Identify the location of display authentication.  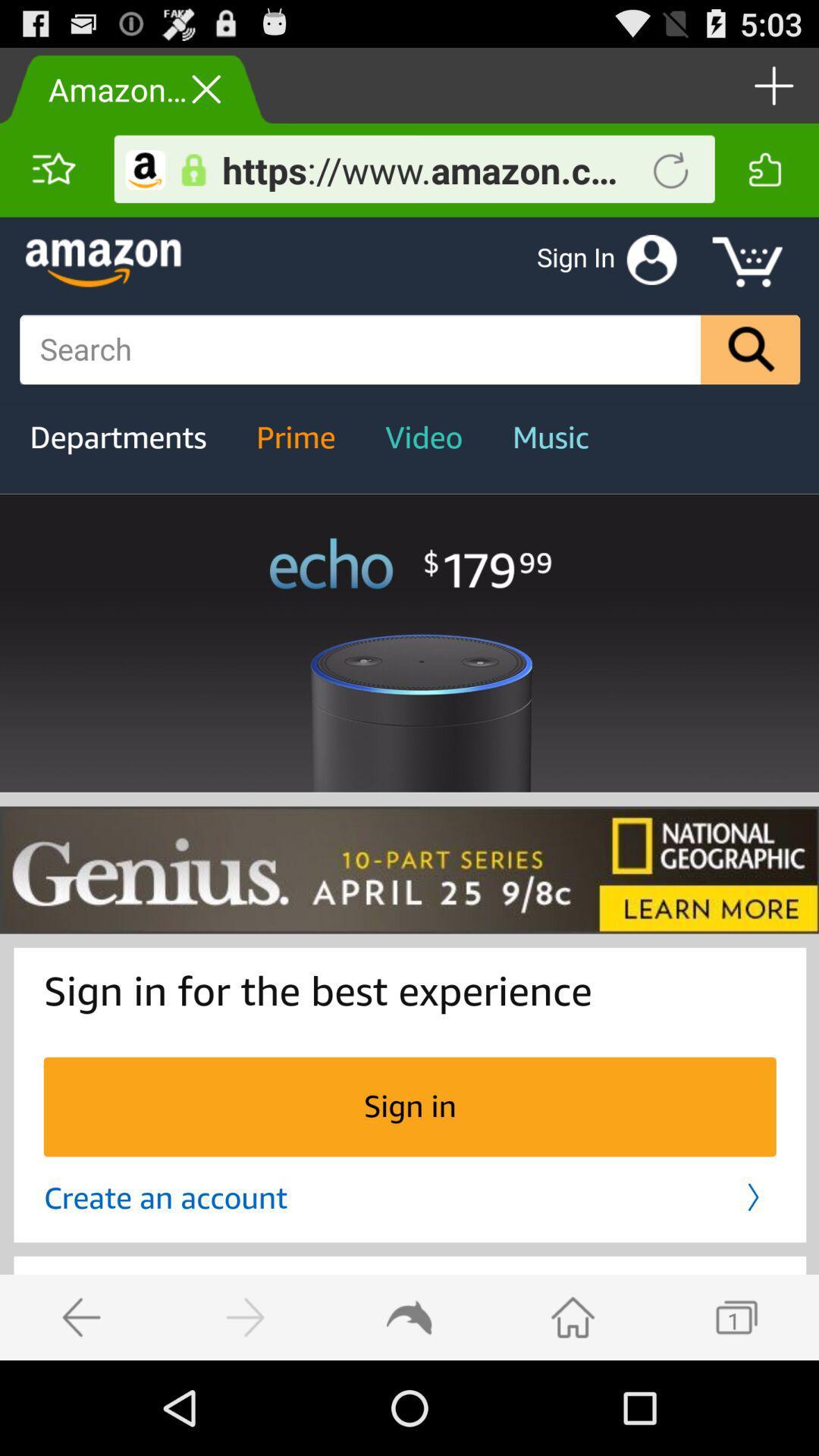
(193, 170).